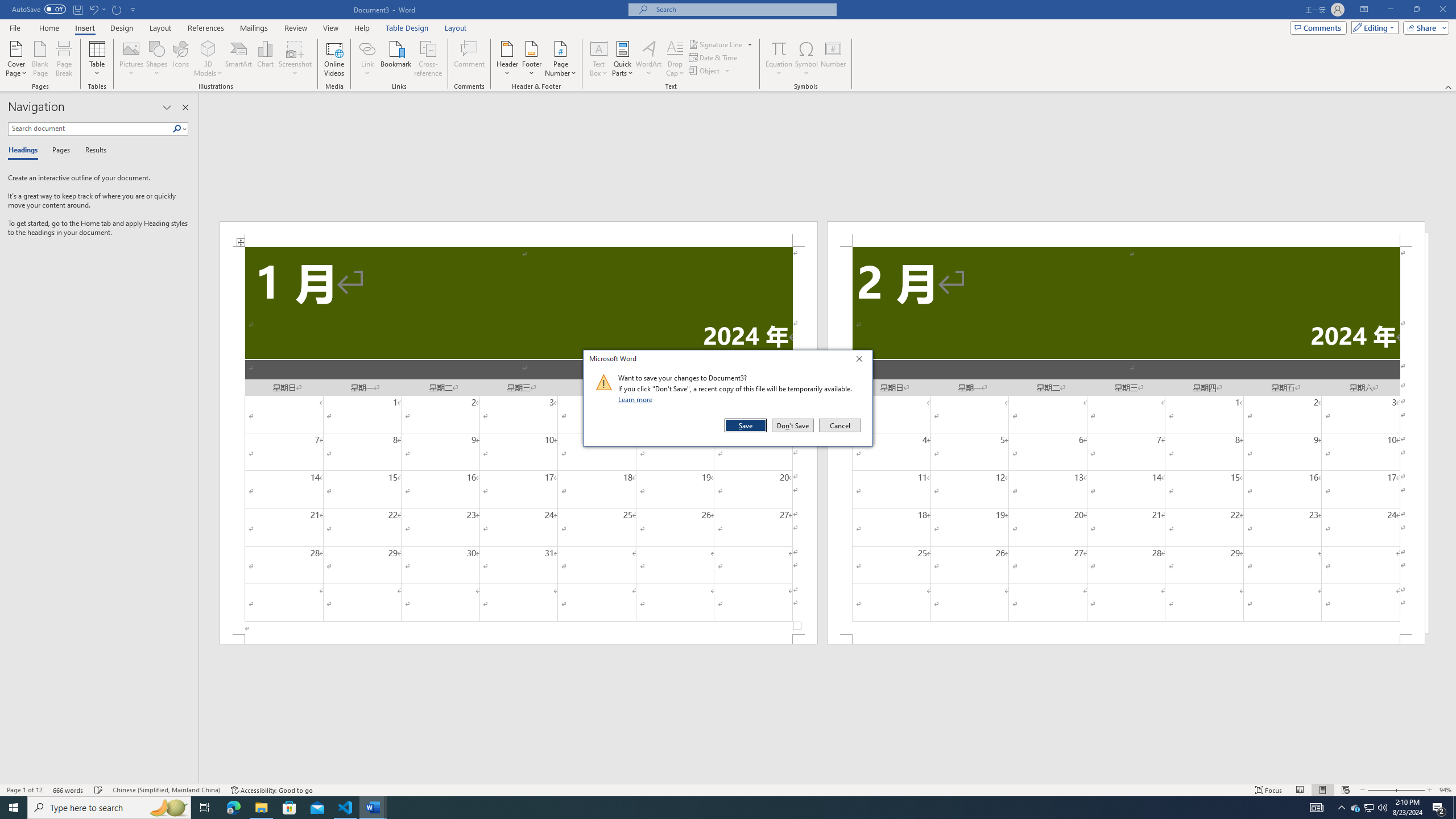 The width and height of the screenshot is (1456, 819). Describe the element at coordinates (260, 806) in the screenshot. I see `'File Explorer - 1 running window'` at that location.